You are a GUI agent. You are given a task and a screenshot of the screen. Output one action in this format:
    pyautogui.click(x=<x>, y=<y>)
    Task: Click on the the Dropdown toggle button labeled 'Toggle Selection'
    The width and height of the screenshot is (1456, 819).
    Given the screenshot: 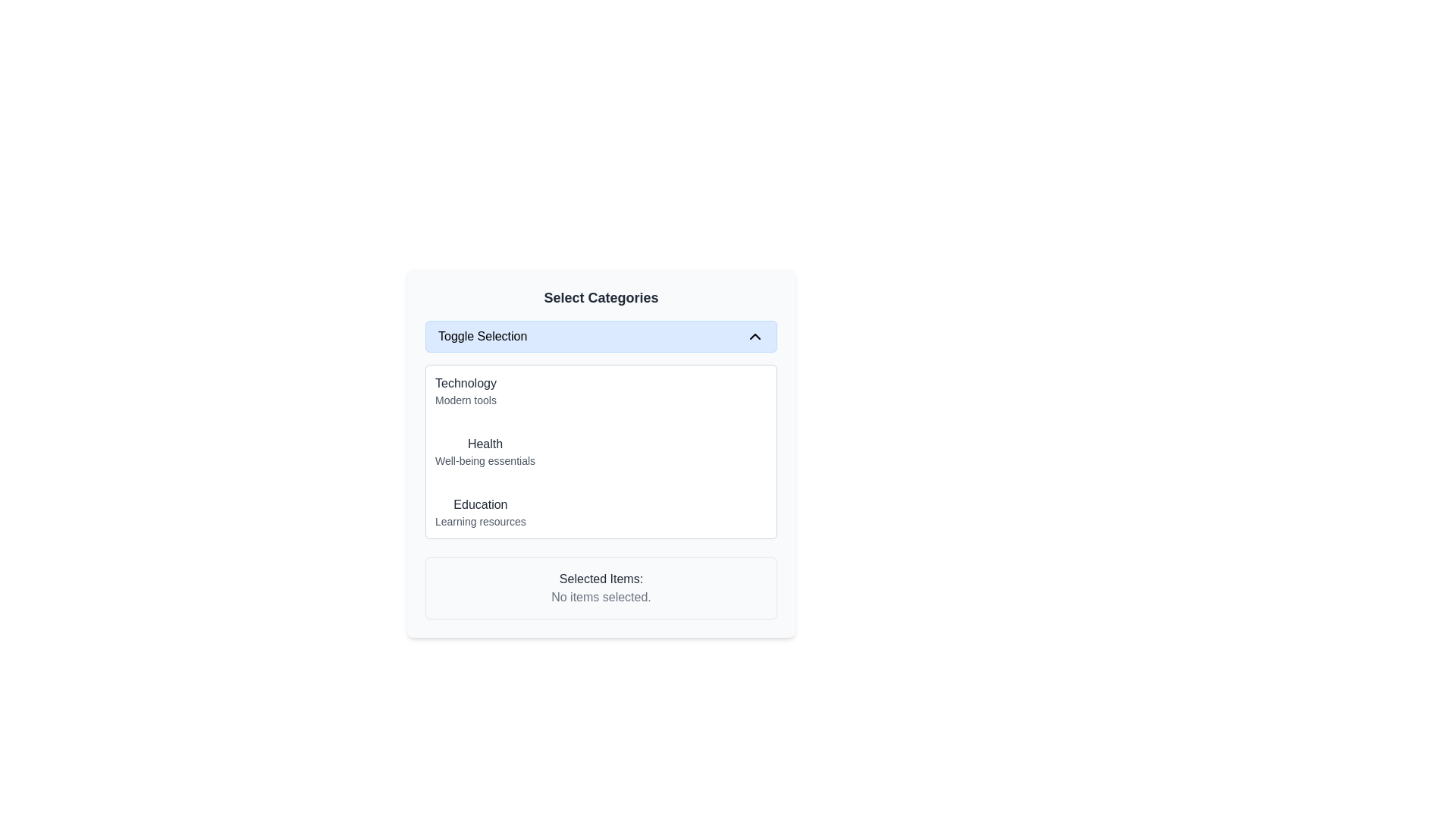 What is the action you would take?
    pyautogui.click(x=600, y=335)
    